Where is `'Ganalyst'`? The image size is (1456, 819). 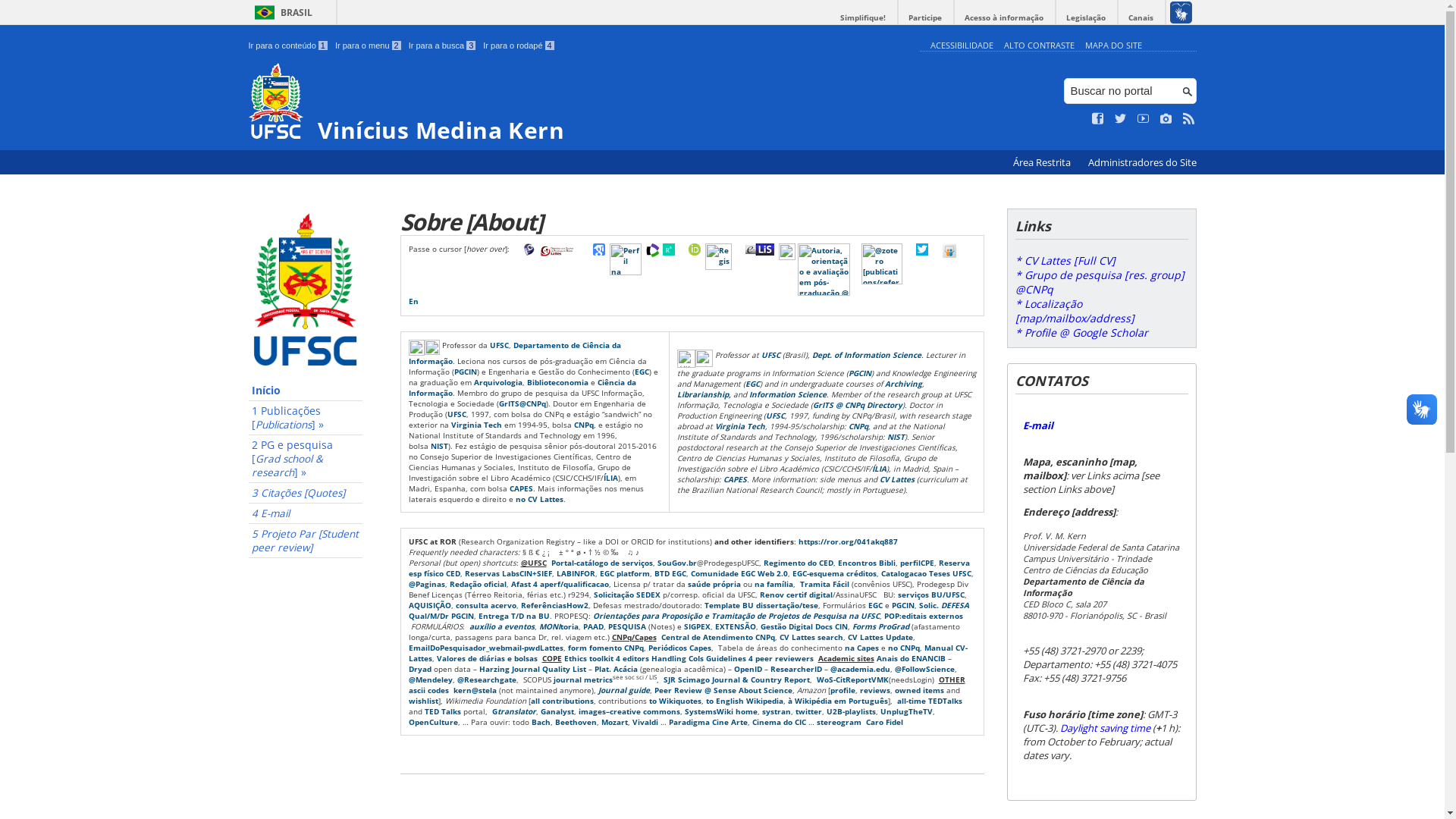
'Ganalyst' is located at coordinates (556, 711).